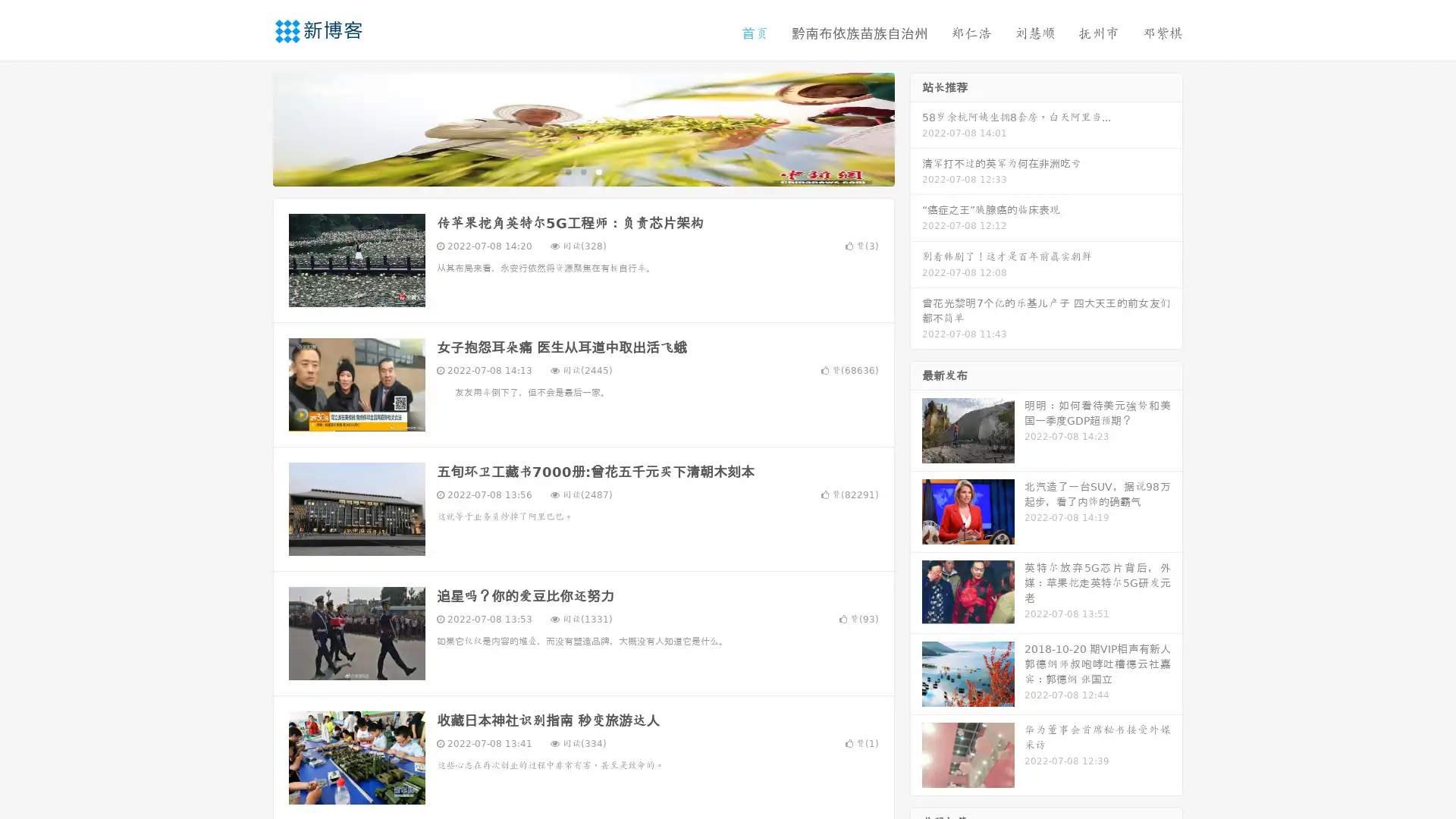 Image resolution: width=1456 pixels, height=819 pixels. What do you see at coordinates (916, 127) in the screenshot?
I see `Next slide` at bounding box center [916, 127].